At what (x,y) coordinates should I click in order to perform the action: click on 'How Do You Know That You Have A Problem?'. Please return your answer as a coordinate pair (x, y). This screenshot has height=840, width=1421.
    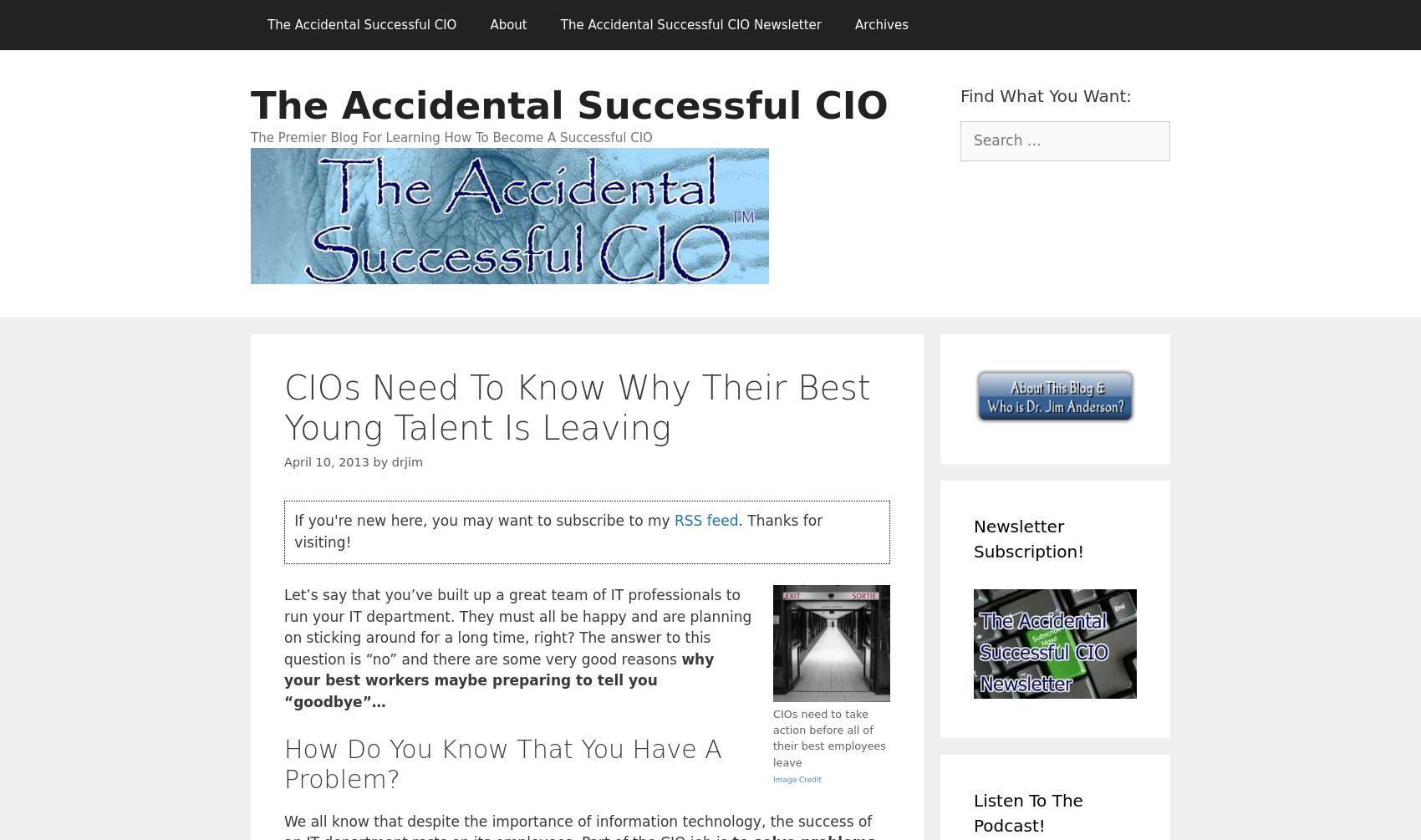
    Looking at the image, I should click on (283, 762).